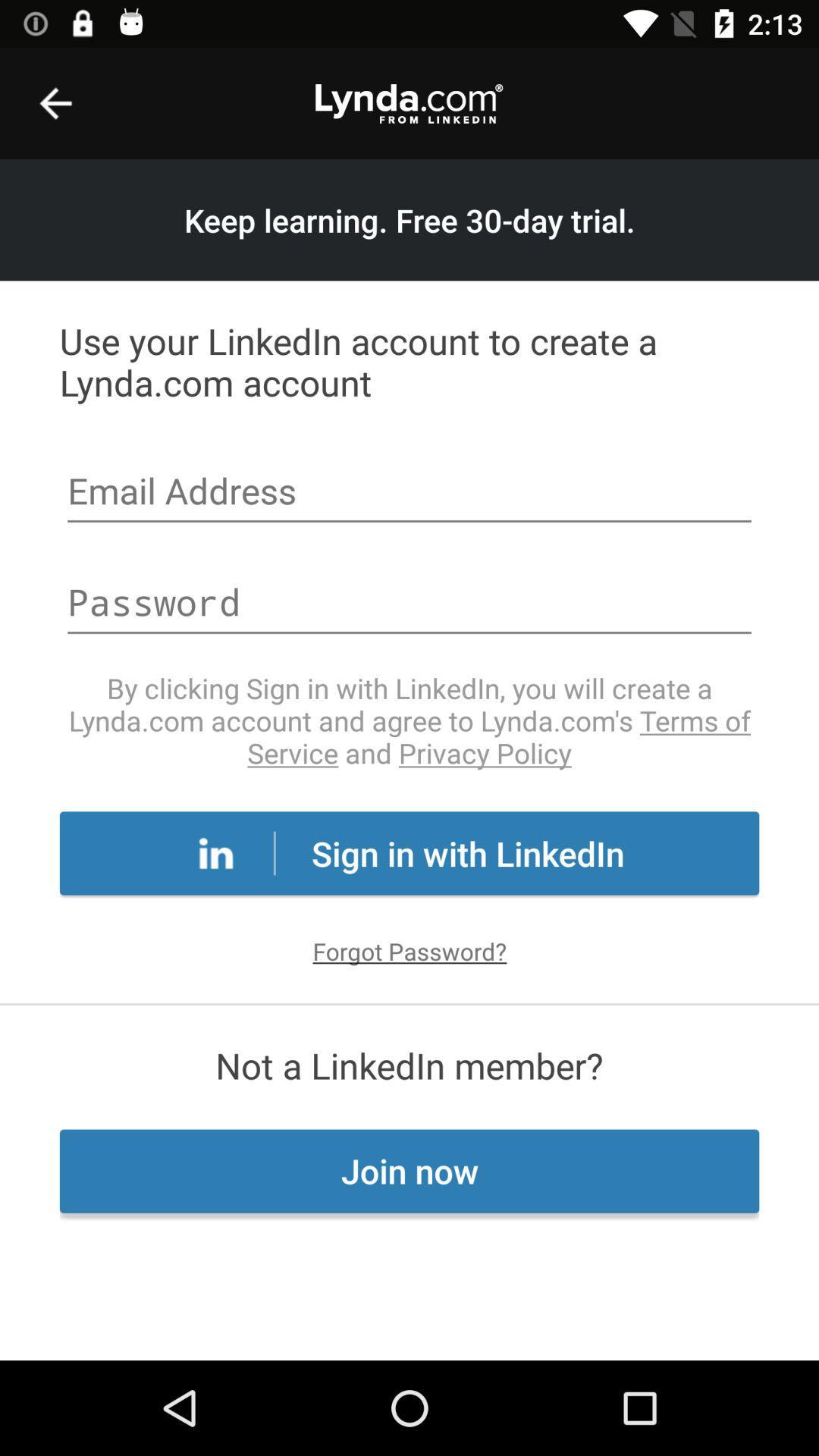 The width and height of the screenshot is (819, 1456). What do you see at coordinates (55, 102) in the screenshot?
I see `icon at the top left corner` at bounding box center [55, 102].